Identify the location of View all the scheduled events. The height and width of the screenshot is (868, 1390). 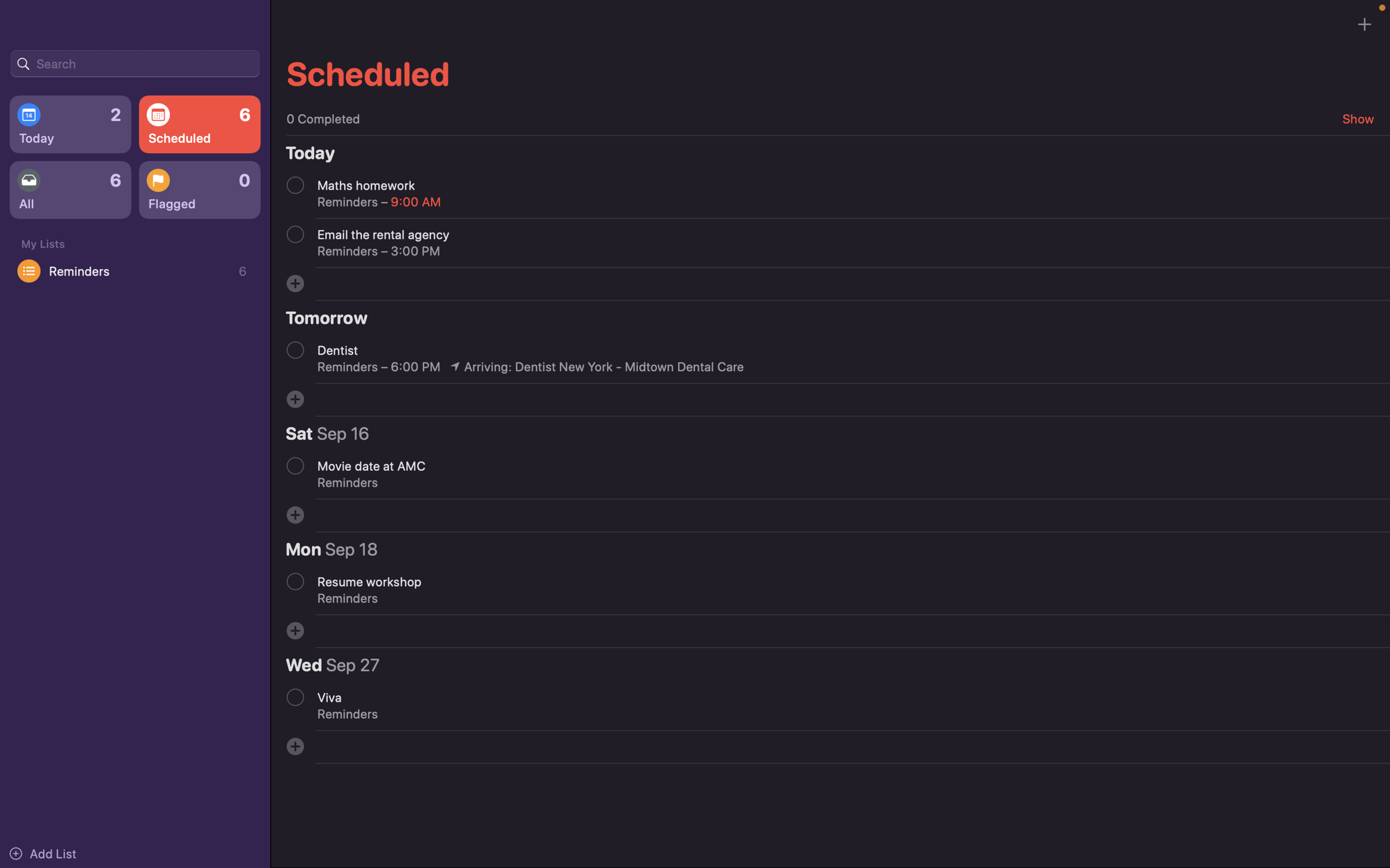
(198, 123).